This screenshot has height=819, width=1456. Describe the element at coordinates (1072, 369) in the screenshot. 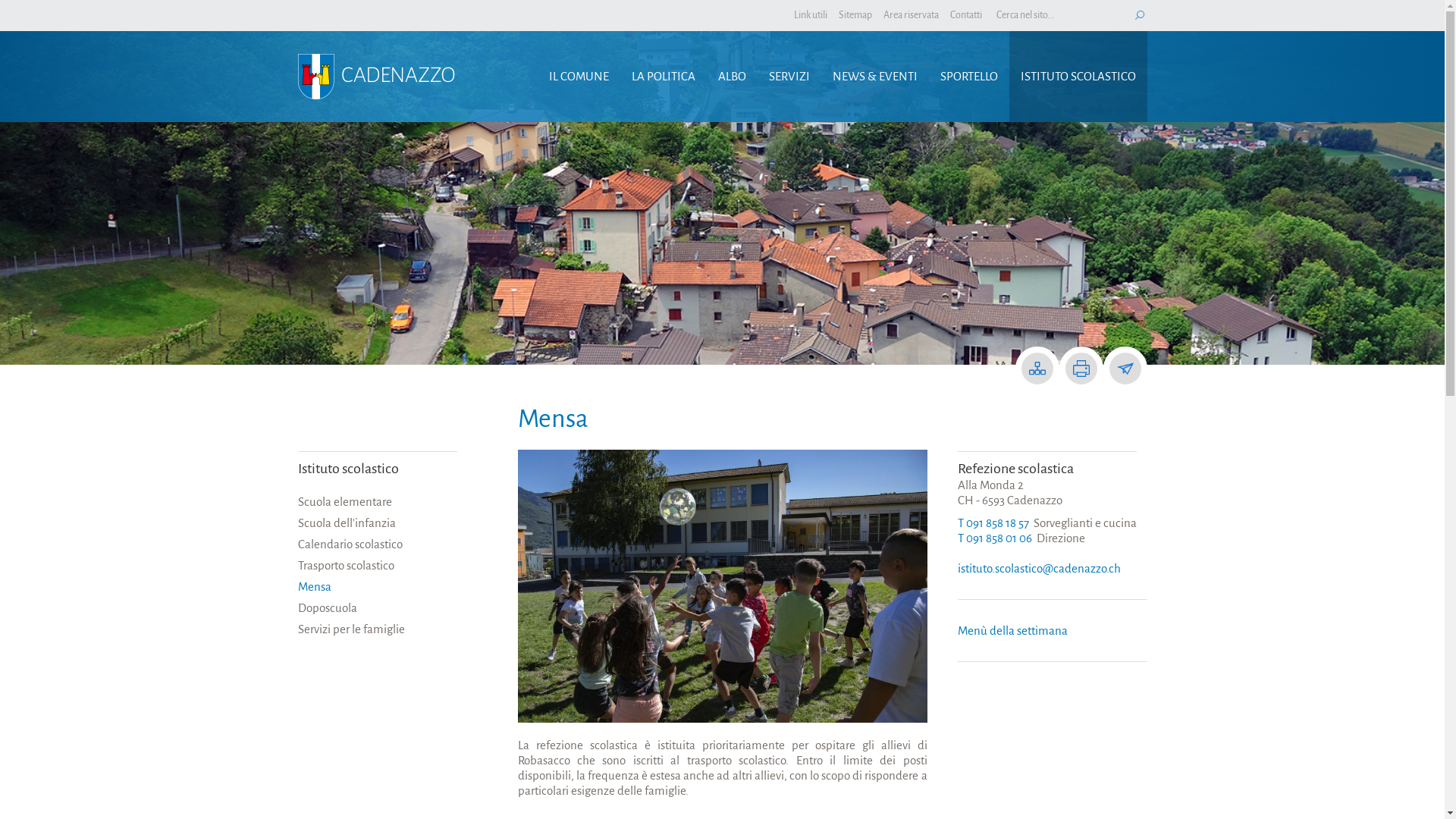

I see `'Stampa la pagina'` at that location.